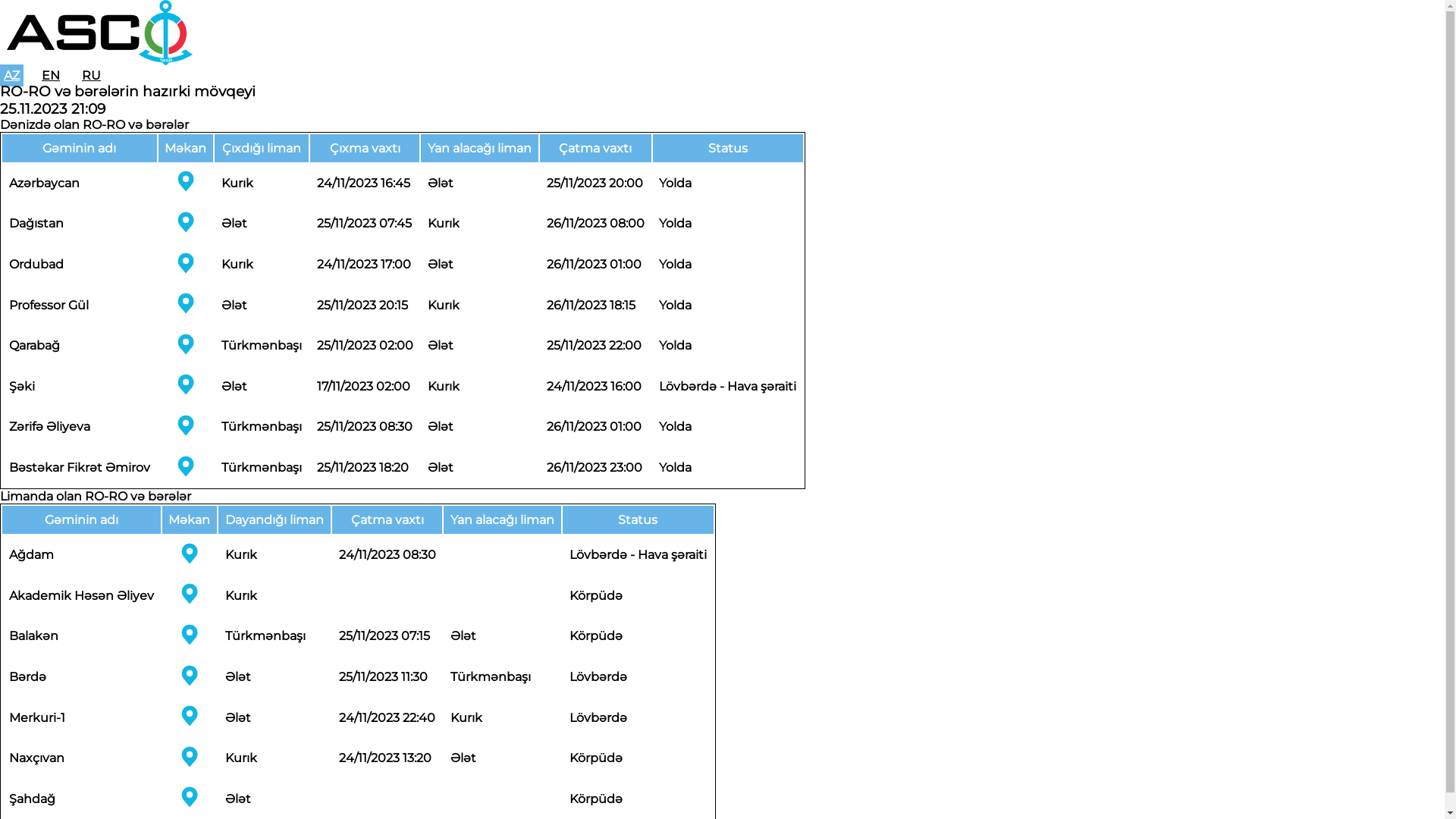  I want to click on 'EN', so click(37, 75).